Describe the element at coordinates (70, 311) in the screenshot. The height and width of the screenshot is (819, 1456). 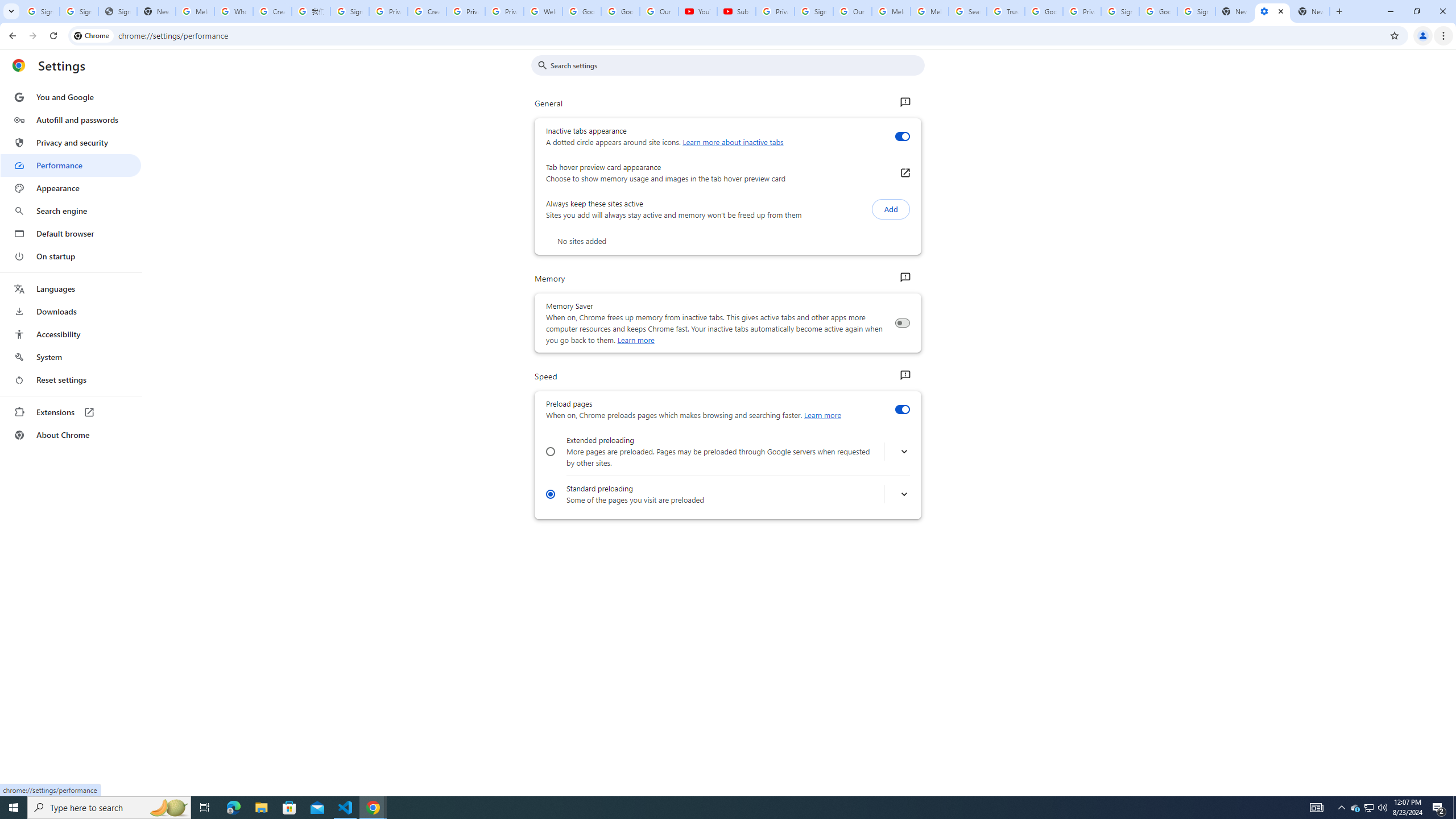
I see `'Downloads'` at that location.